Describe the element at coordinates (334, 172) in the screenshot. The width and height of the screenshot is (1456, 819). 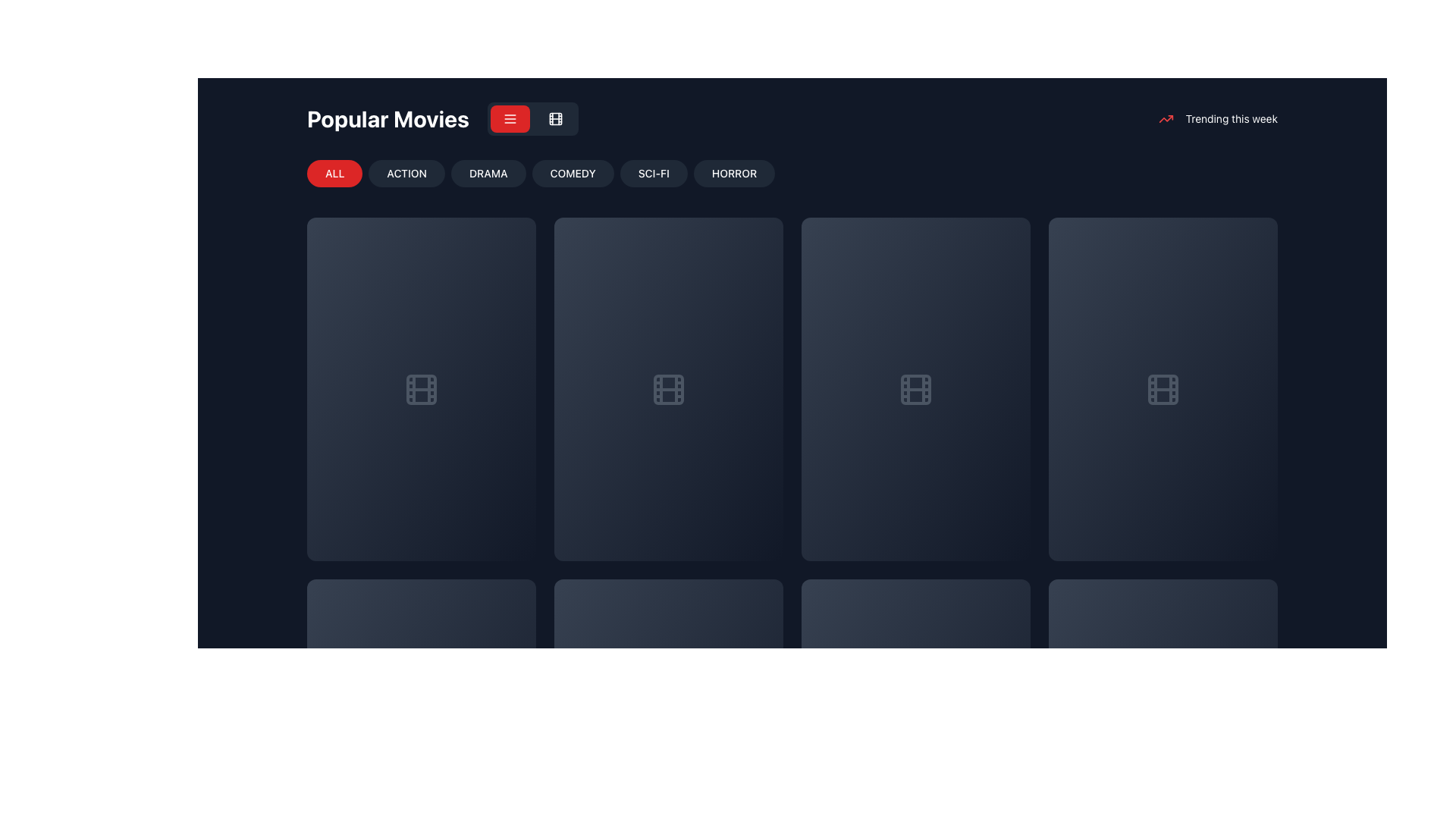
I see `the 'ALL' button with a vibrant red background and white text via keyboard navigation` at that location.